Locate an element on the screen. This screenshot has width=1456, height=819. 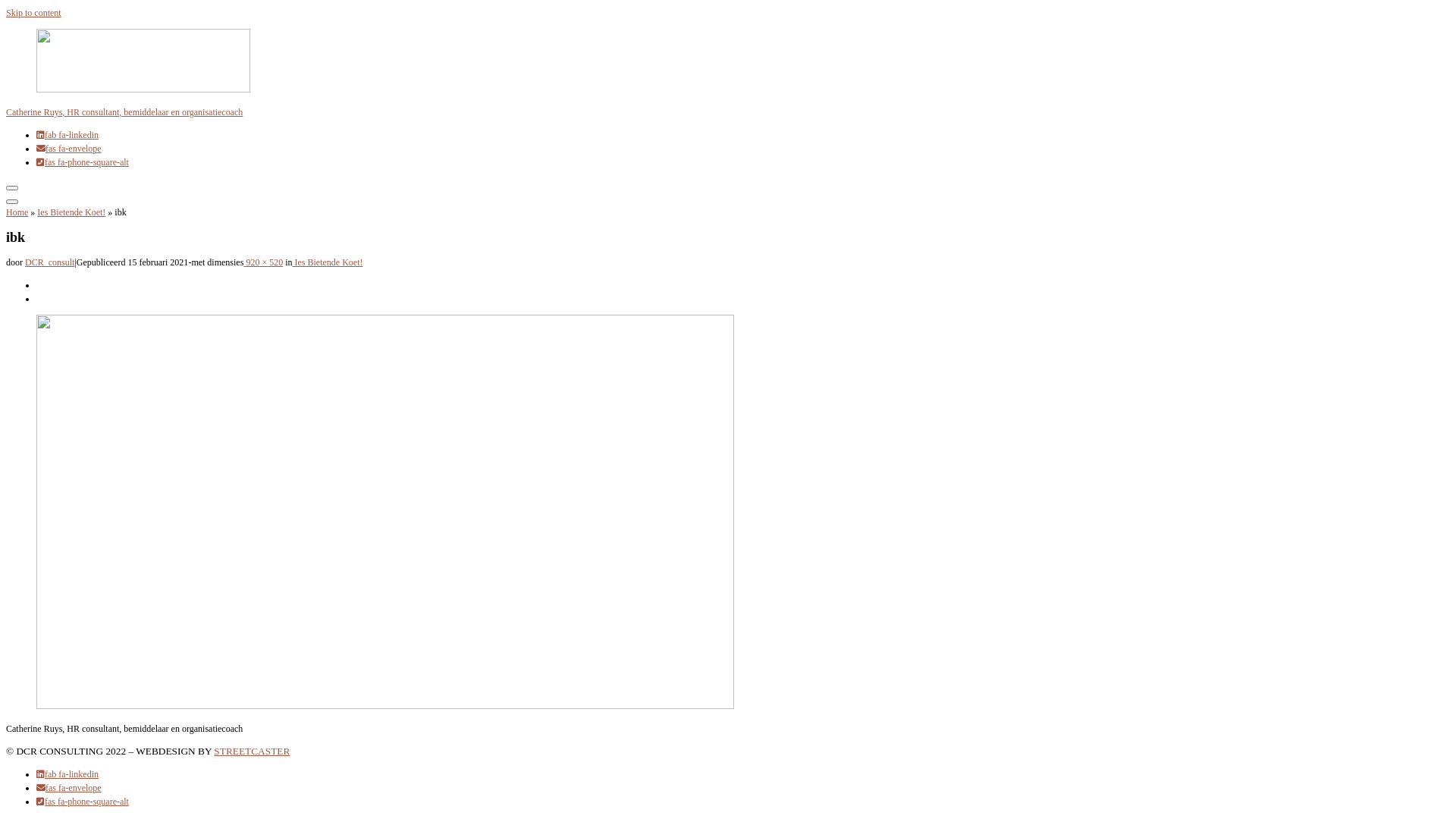
'Home' is located at coordinates (17, 212).